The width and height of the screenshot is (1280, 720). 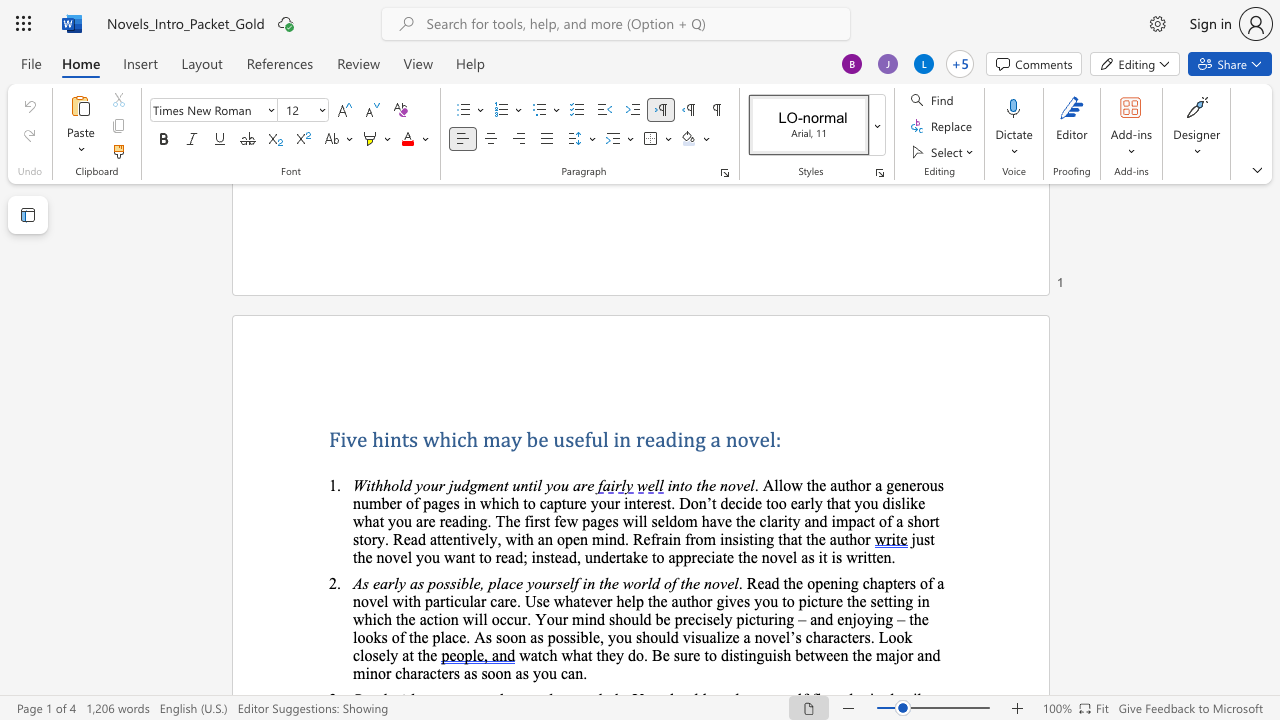 What do you see at coordinates (742, 485) in the screenshot?
I see `the space between the continuous character "v" and "e" in the text` at bounding box center [742, 485].